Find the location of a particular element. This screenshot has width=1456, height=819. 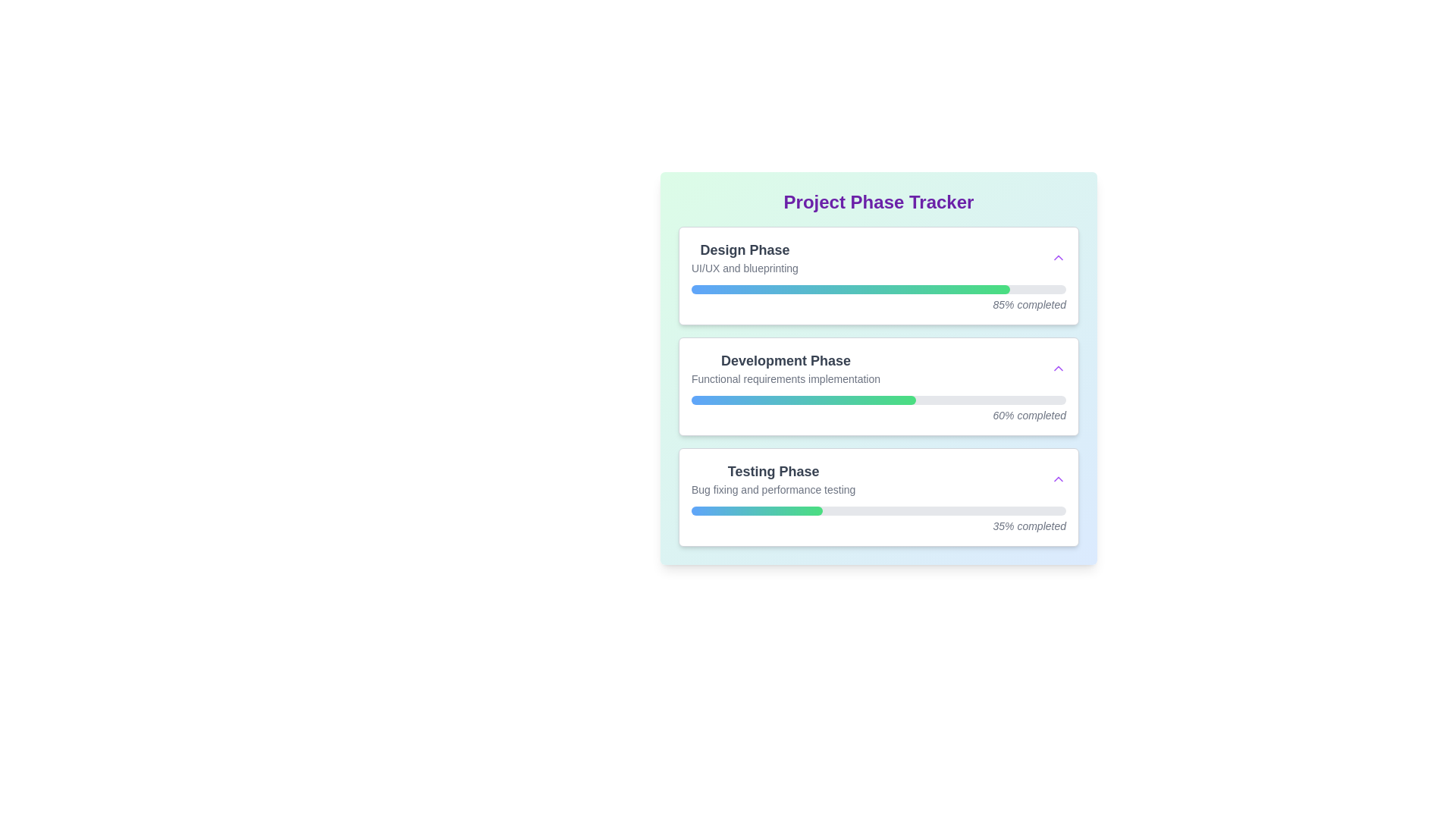

the text label that identifies the current phase of the project process, which is centrally aligned at the top of the 'Development Phase' section within the middle card of the vertical stack is located at coordinates (786, 360).